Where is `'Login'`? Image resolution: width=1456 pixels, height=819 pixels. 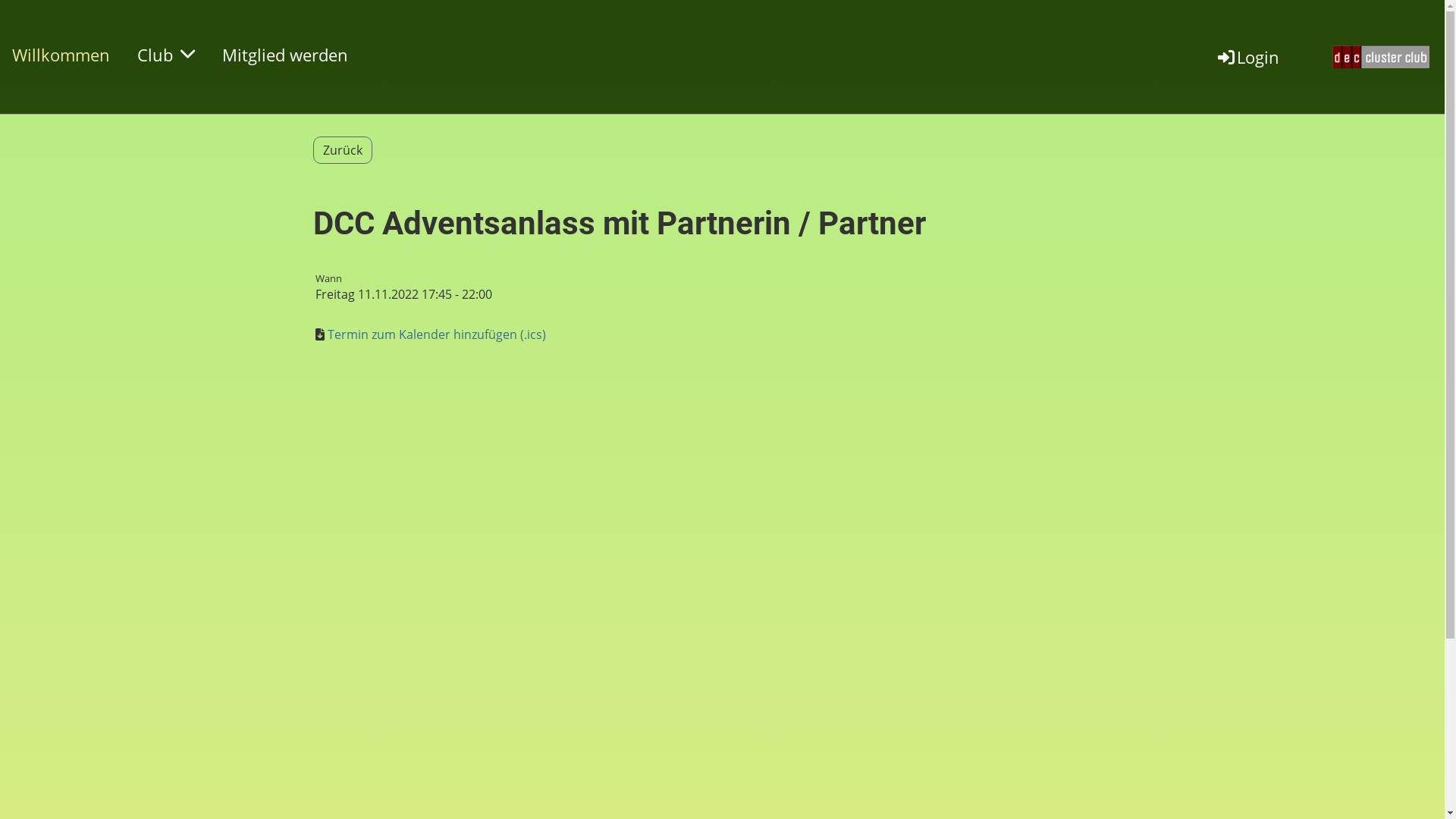 'Login' is located at coordinates (1247, 55).